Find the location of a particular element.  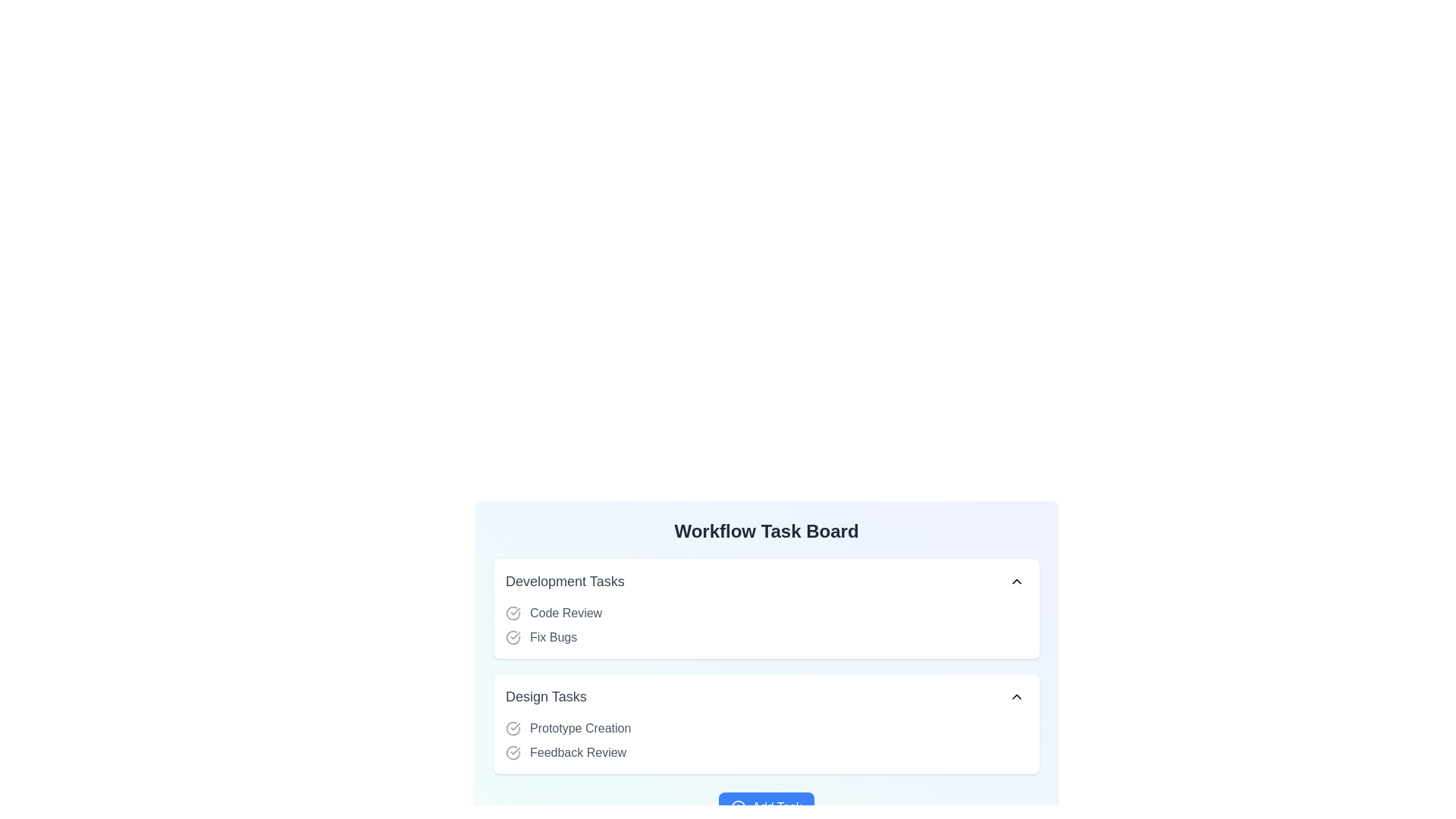

the Collapsible section toggle button located to the far right side of the 'Design Tasks' header is located at coordinates (1016, 696).